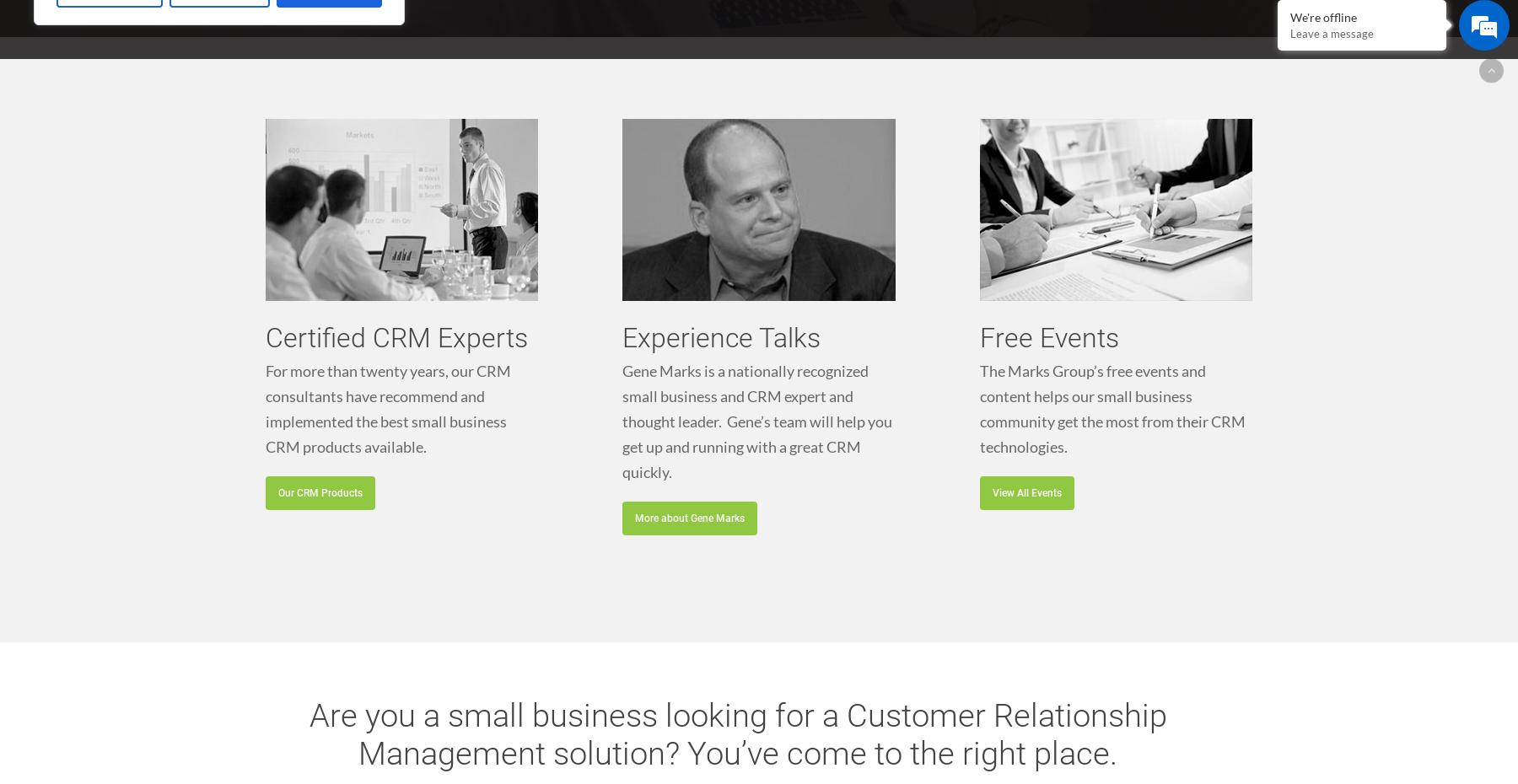 The height and width of the screenshot is (784, 1518). What do you see at coordinates (721, 336) in the screenshot?
I see `'Experience Talks'` at bounding box center [721, 336].